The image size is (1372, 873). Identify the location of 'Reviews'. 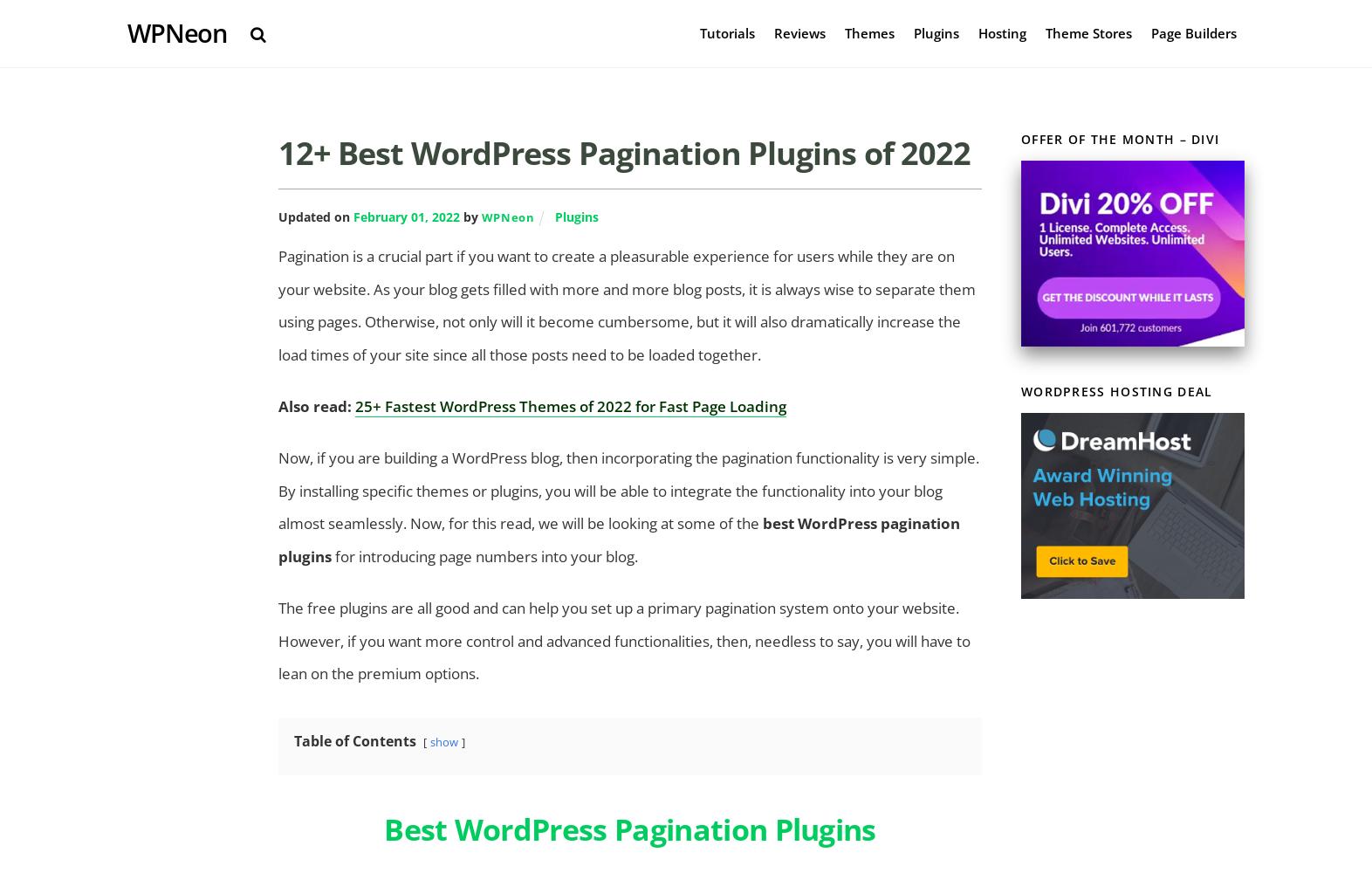
(799, 33).